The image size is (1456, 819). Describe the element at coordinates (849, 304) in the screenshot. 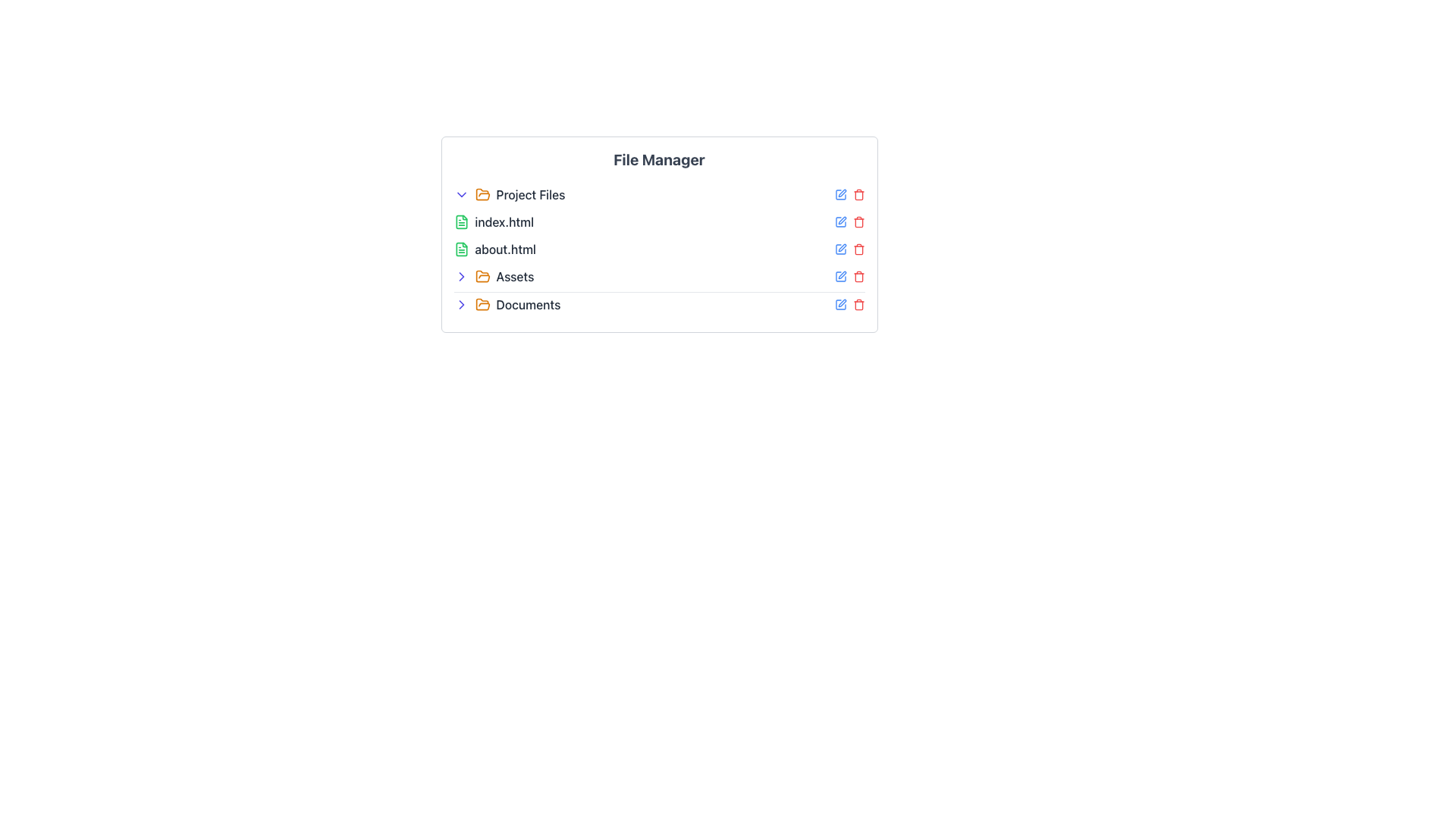

I see `the group of interactive buttons containing the blue pencil icon and red trash bin icon located at the far right of the 'Documents' row in the 'File Manager' interface` at that location.